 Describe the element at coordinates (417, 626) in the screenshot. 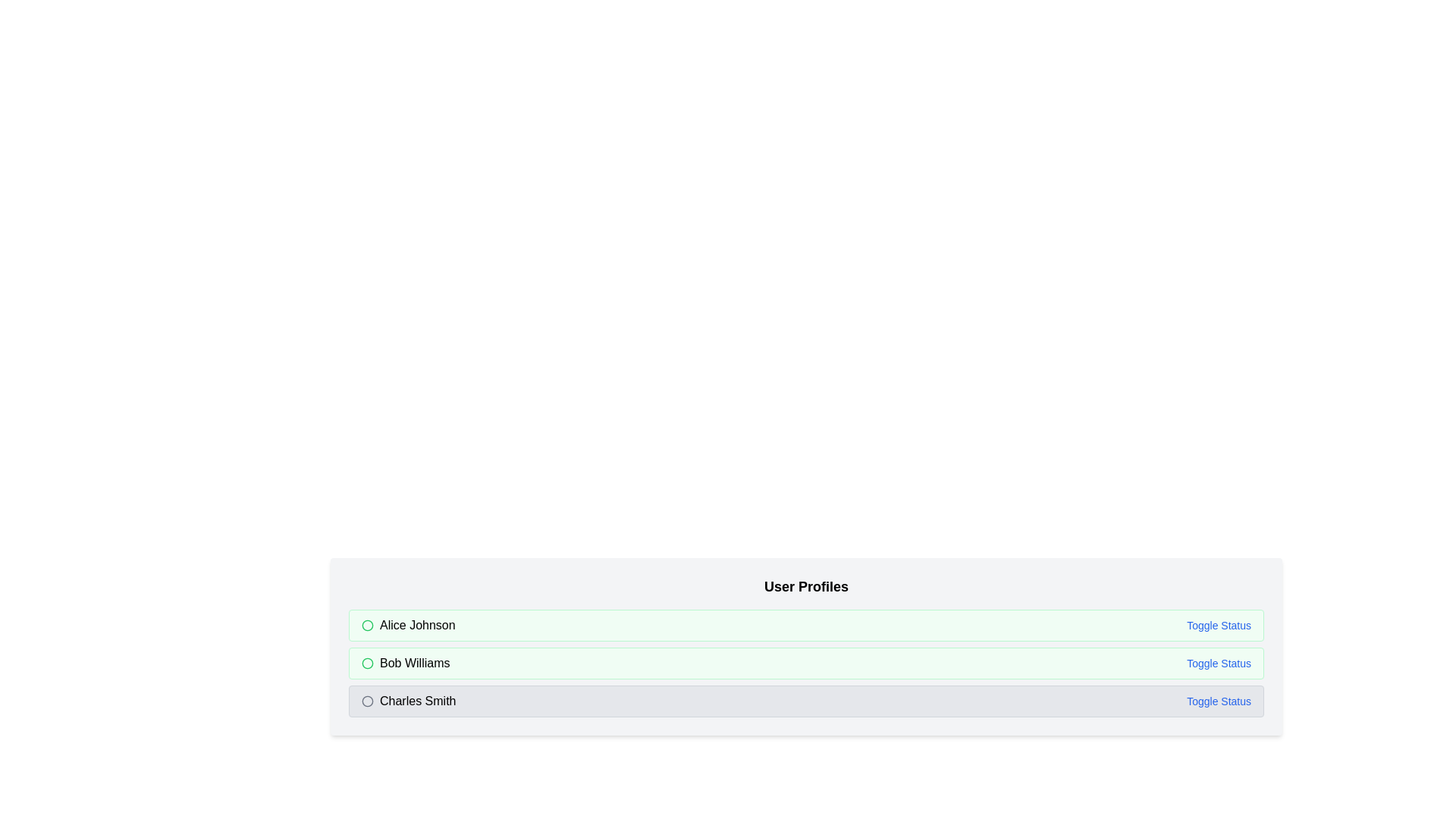

I see `the user profile text label displaying 'Alice Johnson', which is positioned in the first row of user profiles, adjacent to a green circular icon and a 'Toggle Status' button` at that location.